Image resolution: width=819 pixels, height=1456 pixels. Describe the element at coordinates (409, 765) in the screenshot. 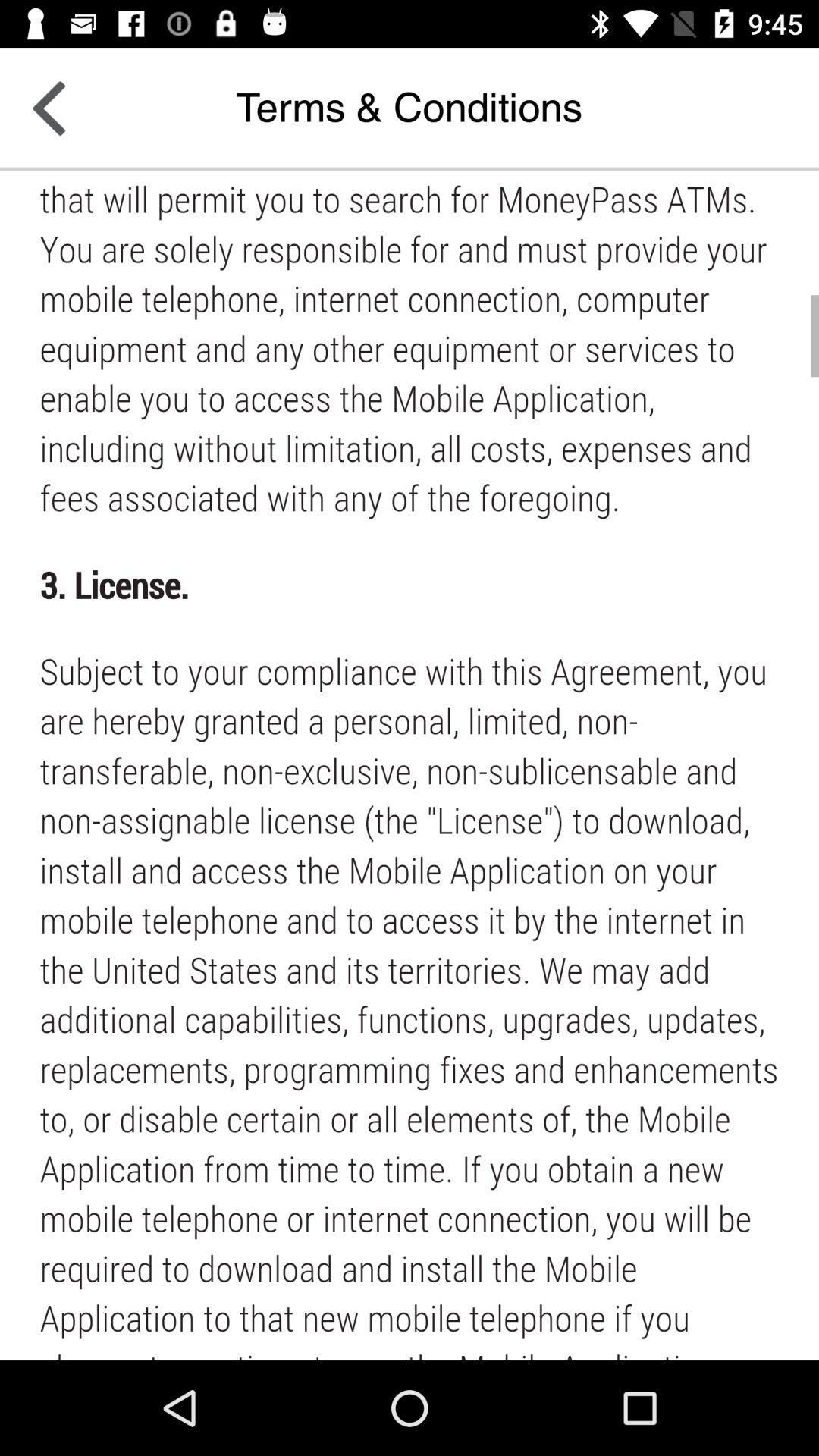

I see `advertisement` at that location.